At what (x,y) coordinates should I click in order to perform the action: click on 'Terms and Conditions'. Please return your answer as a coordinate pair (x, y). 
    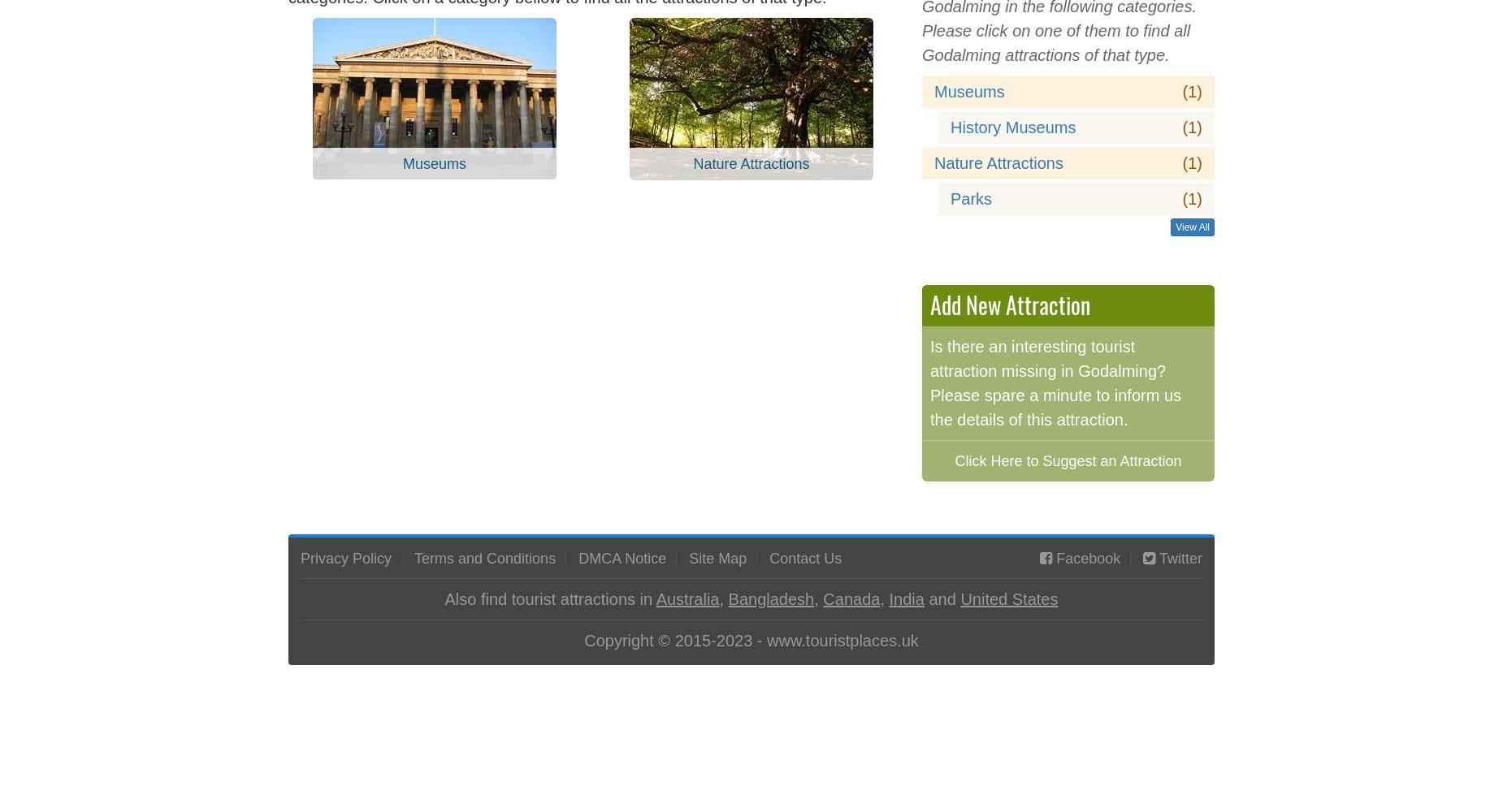
    Looking at the image, I should click on (414, 558).